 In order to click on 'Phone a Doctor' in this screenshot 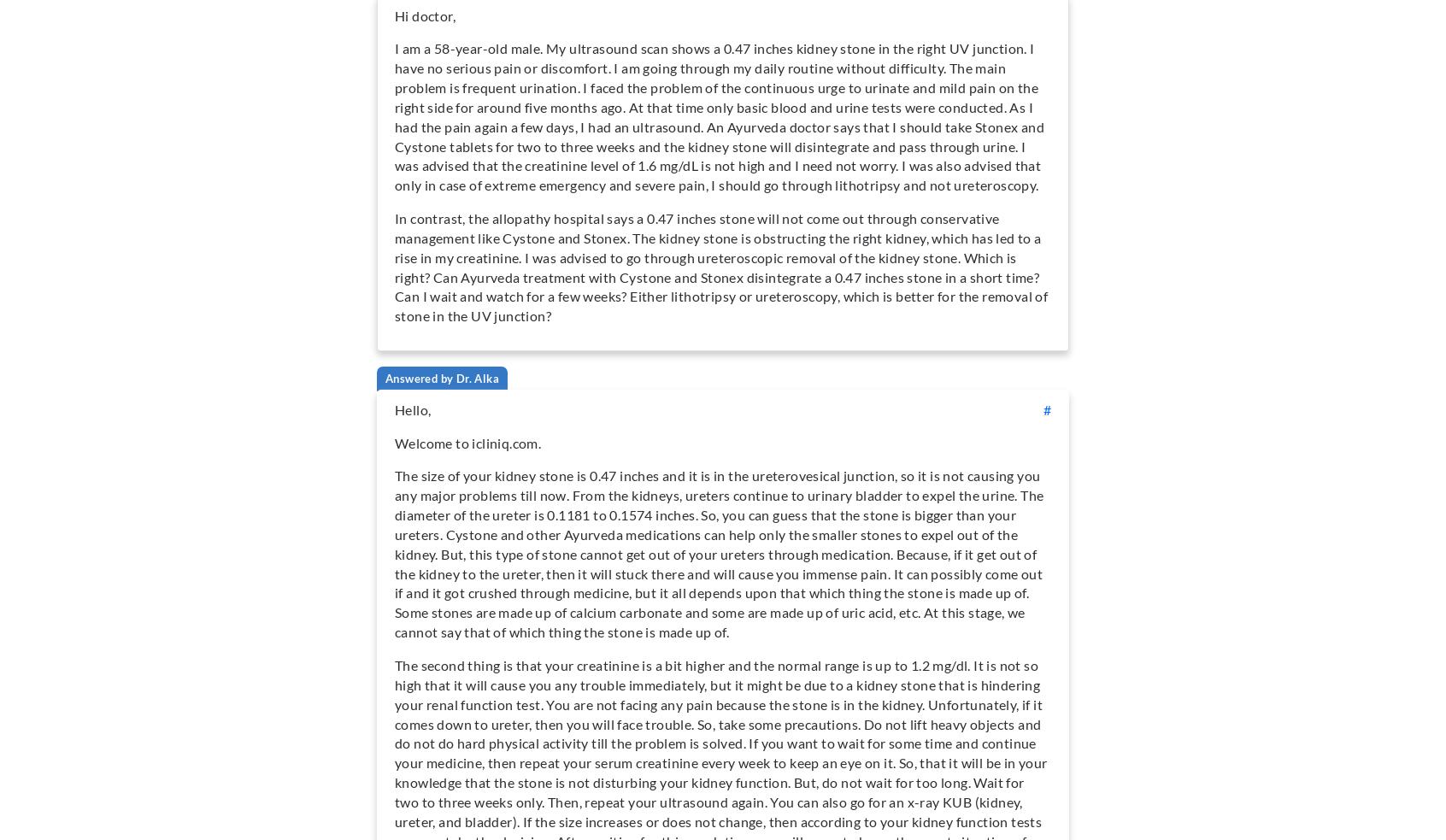, I will do `click(248, 111)`.